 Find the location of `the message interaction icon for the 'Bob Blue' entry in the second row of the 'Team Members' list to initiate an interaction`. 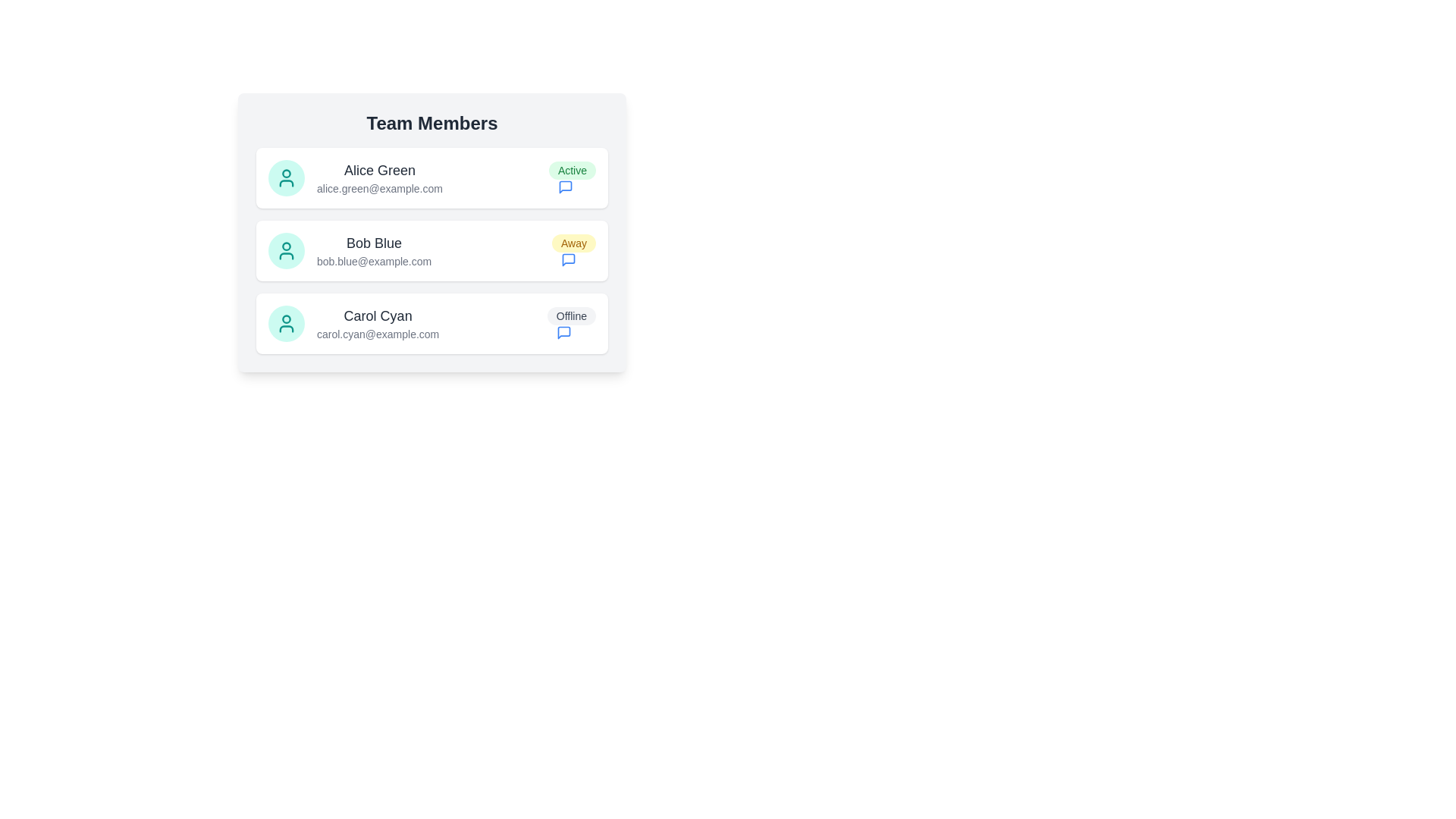

the message interaction icon for the 'Bob Blue' entry in the second row of the 'Team Members' list to initiate an interaction is located at coordinates (567, 259).